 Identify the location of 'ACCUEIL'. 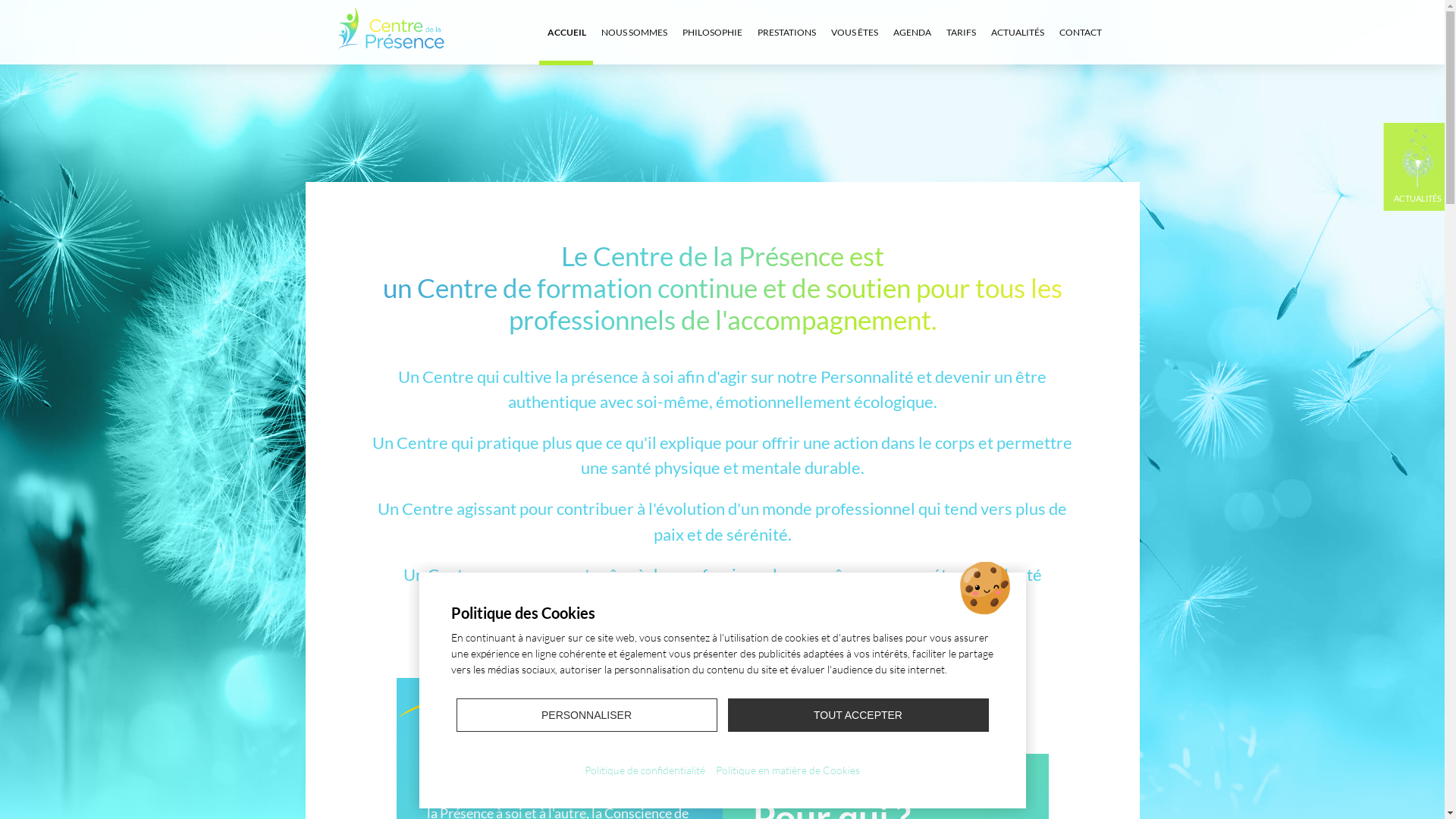
(566, 32).